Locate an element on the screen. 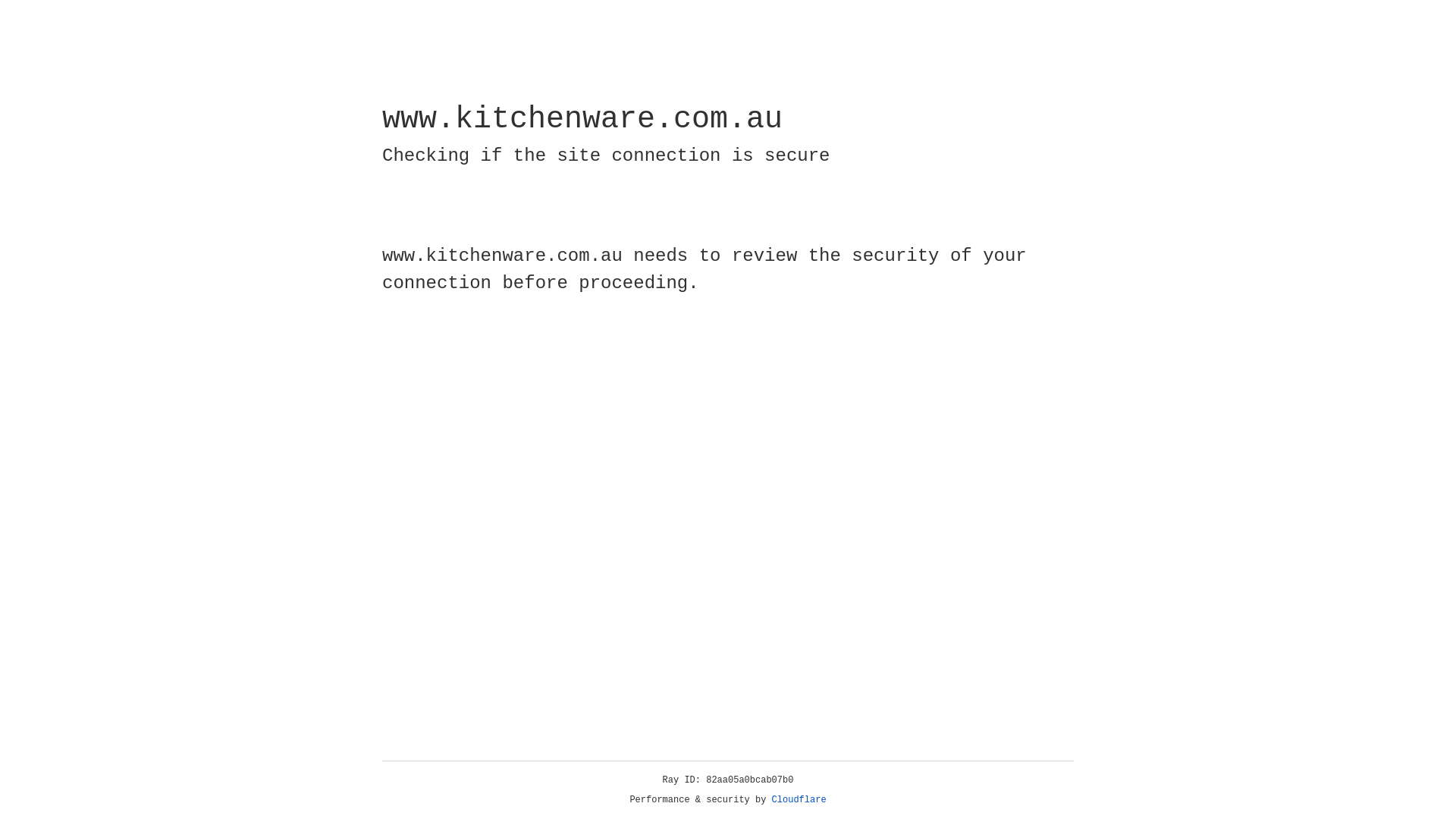 The width and height of the screenshot is (1456, 819). 'Cloudflare' is located at coordinates (799, 799).